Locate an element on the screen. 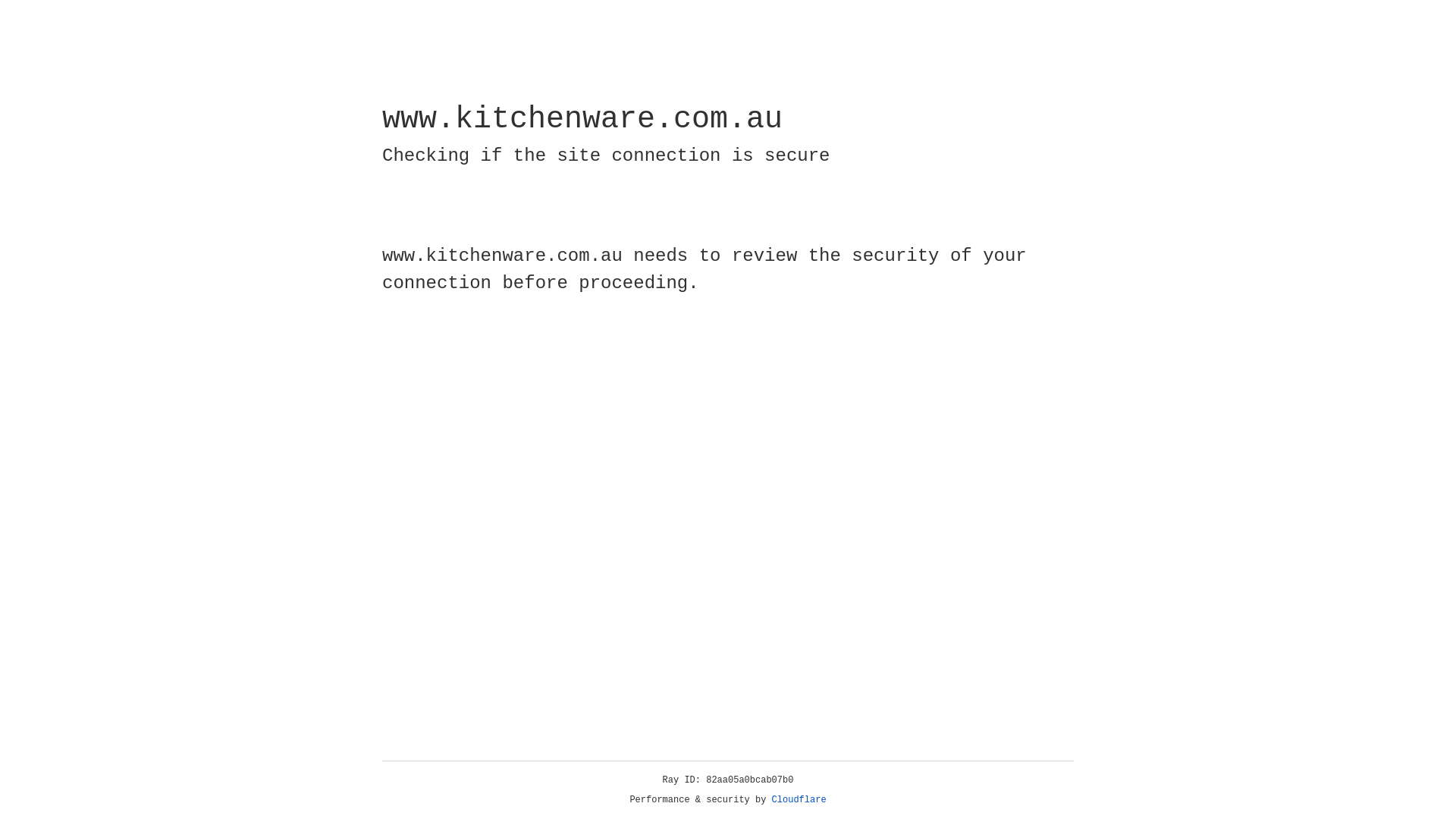 The width and height of the screenshot is (1456, 819). 'Cloudflare' is located at coordinates (799, 799).